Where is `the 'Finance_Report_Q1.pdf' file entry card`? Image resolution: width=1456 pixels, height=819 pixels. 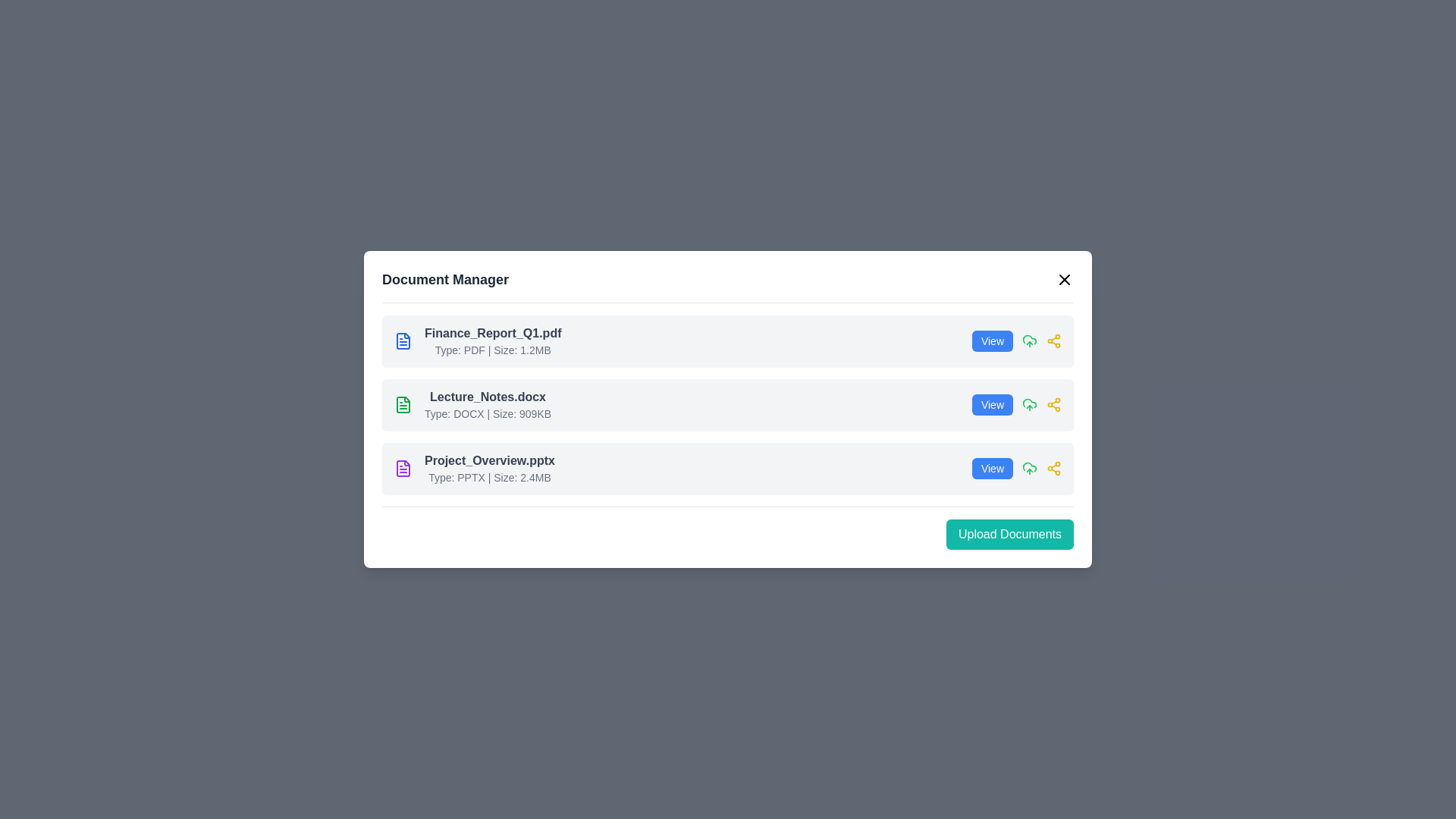
the 'Finance_Report_Q1.pdf' file entry card is located at coordinates (477, 341).